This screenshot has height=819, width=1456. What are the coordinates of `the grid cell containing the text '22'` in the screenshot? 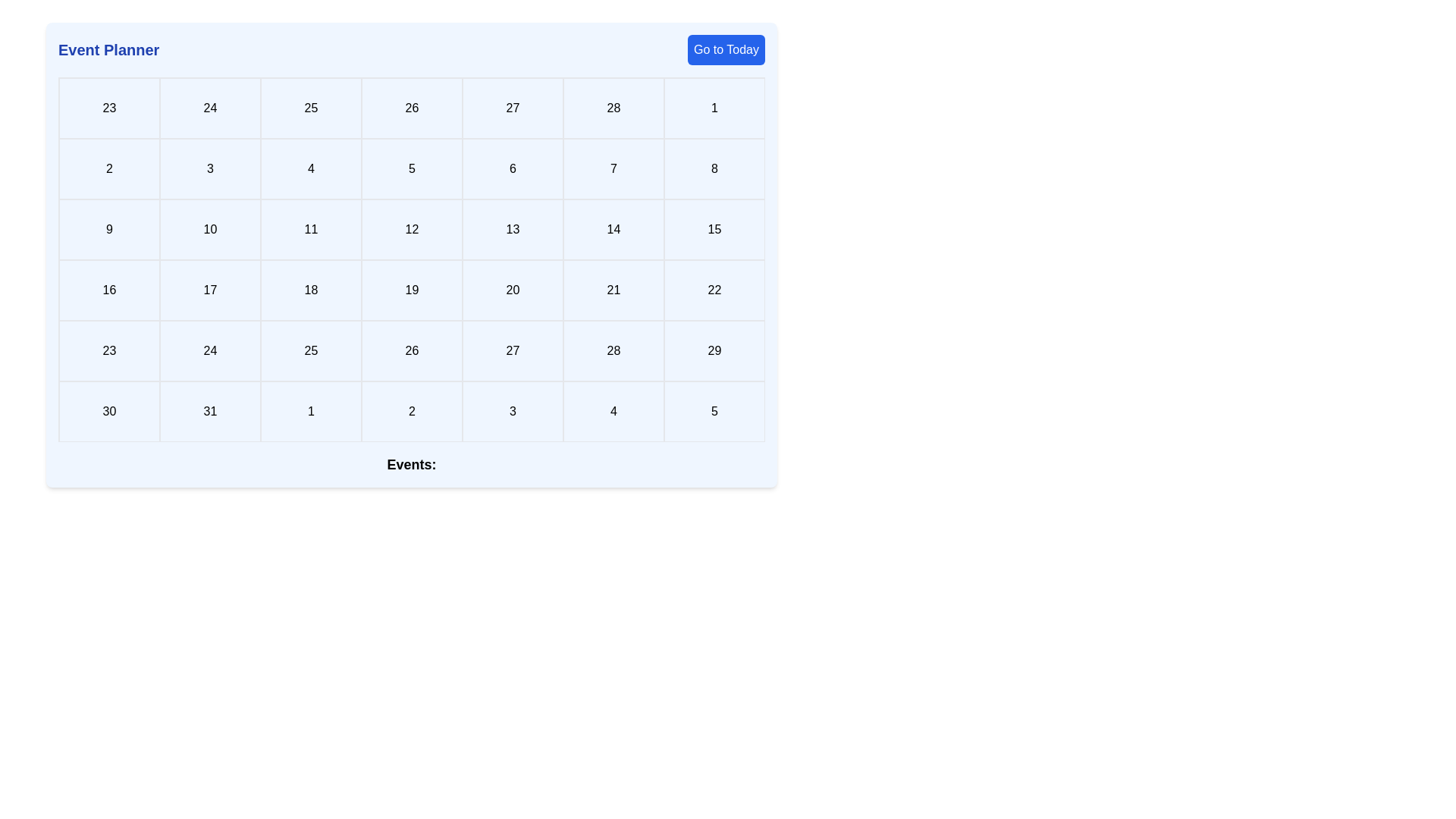 It's located at (714, 290).